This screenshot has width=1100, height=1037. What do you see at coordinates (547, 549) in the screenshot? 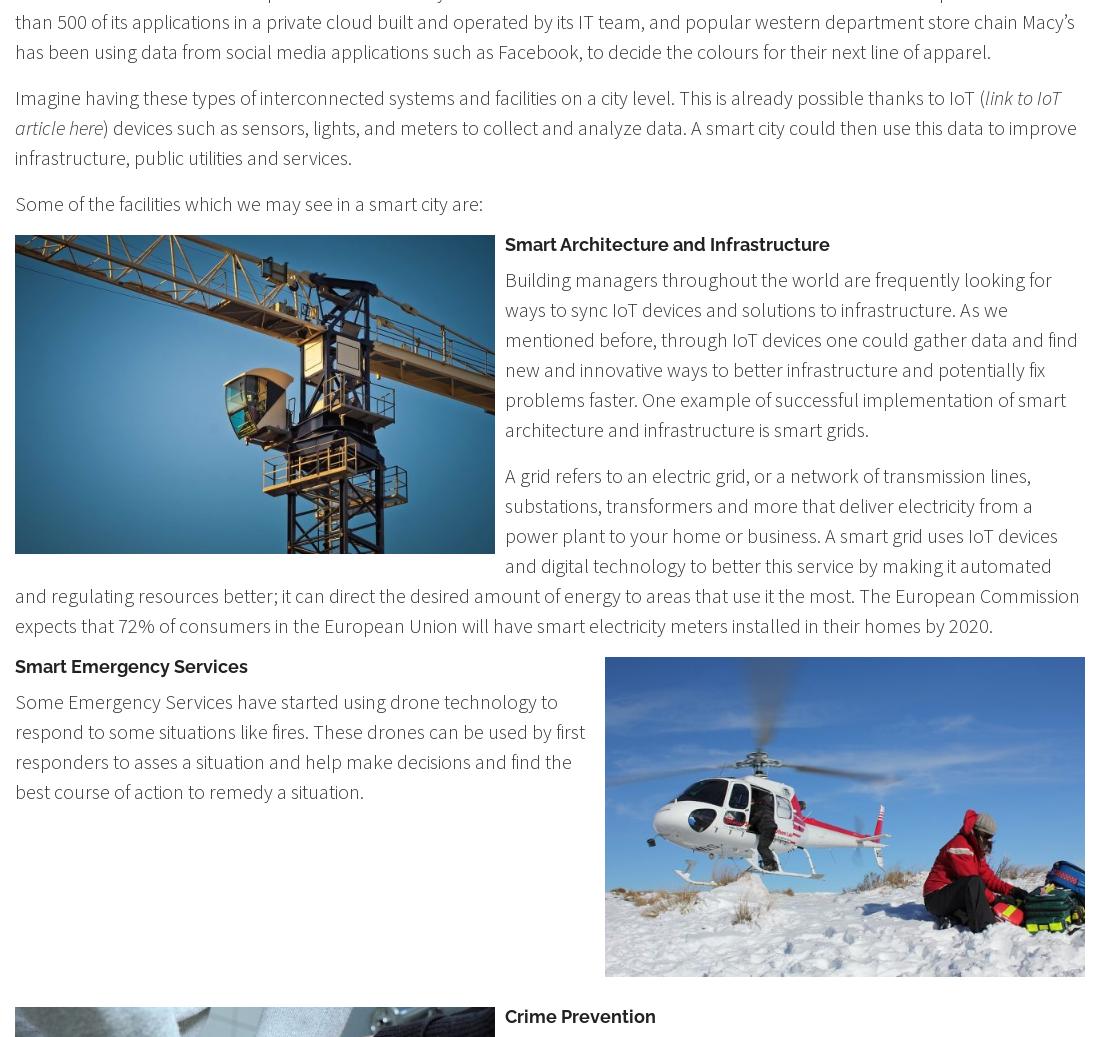
I see `'A grid refers to an electric grid, or a network of transmission lines, substations, transformers and more that deliver electricity from a power plant to your home or business. A smart grid uses IoT devices and digital technology to better this service by making it automated and regulating resources better; it can direct the desired amount of energy to areas that use it the most. The European Commission expects that 72% of consumers in the European Union will have smart electricity meters installed in their homes by 2020.'` at bounding box center [547, 549].